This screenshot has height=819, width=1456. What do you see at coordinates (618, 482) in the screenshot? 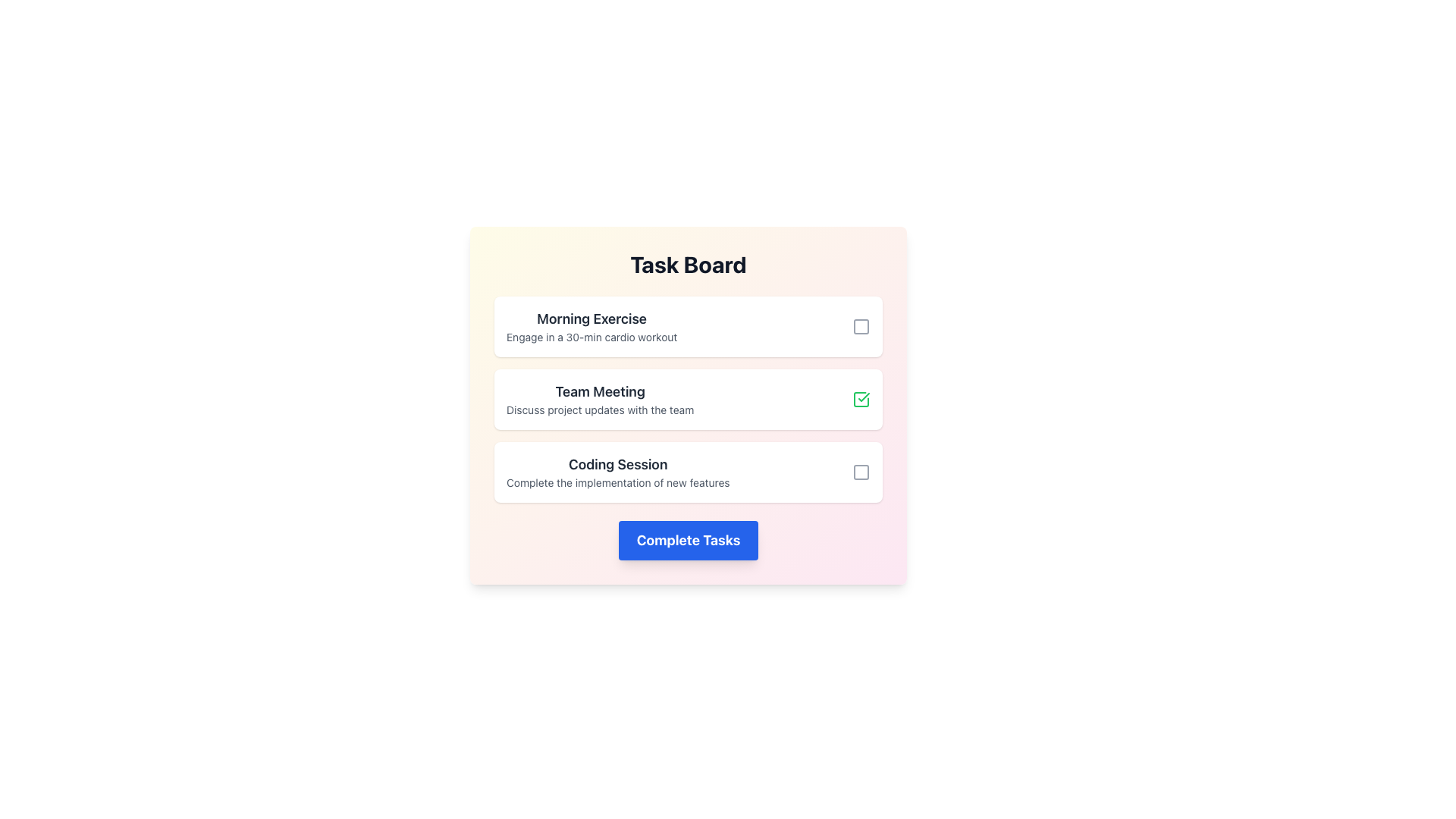
I see `the static text label that reads 'Complete the implementation of new features', which is positioned beneath the 'Coding Session' header` at bounding box center [618, 482].